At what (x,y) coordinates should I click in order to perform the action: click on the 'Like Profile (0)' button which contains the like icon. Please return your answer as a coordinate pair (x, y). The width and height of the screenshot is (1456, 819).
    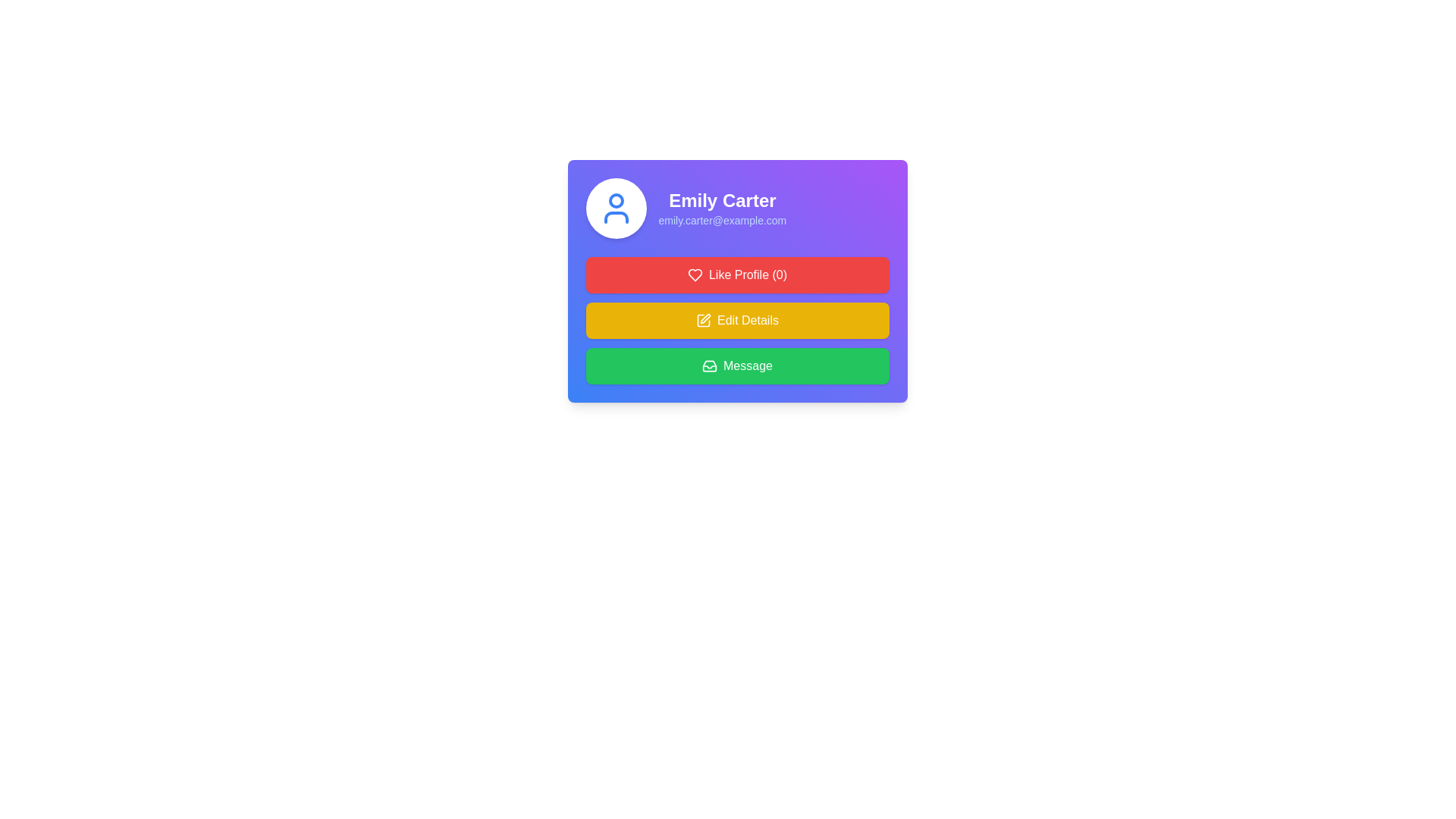
    Looking at the image, I should click on (694, 275).